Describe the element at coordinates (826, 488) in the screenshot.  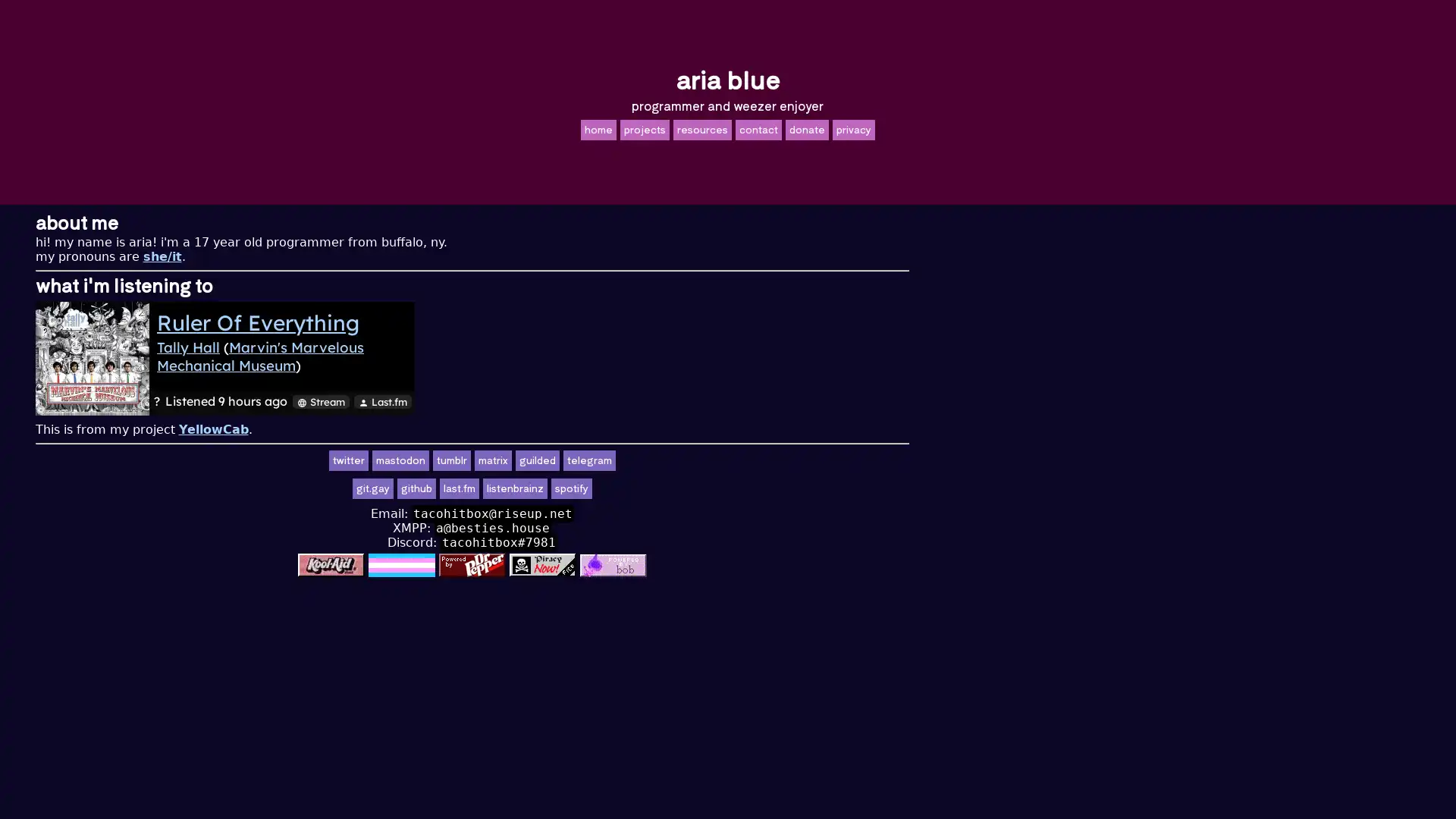
I see `spotify` at that location.